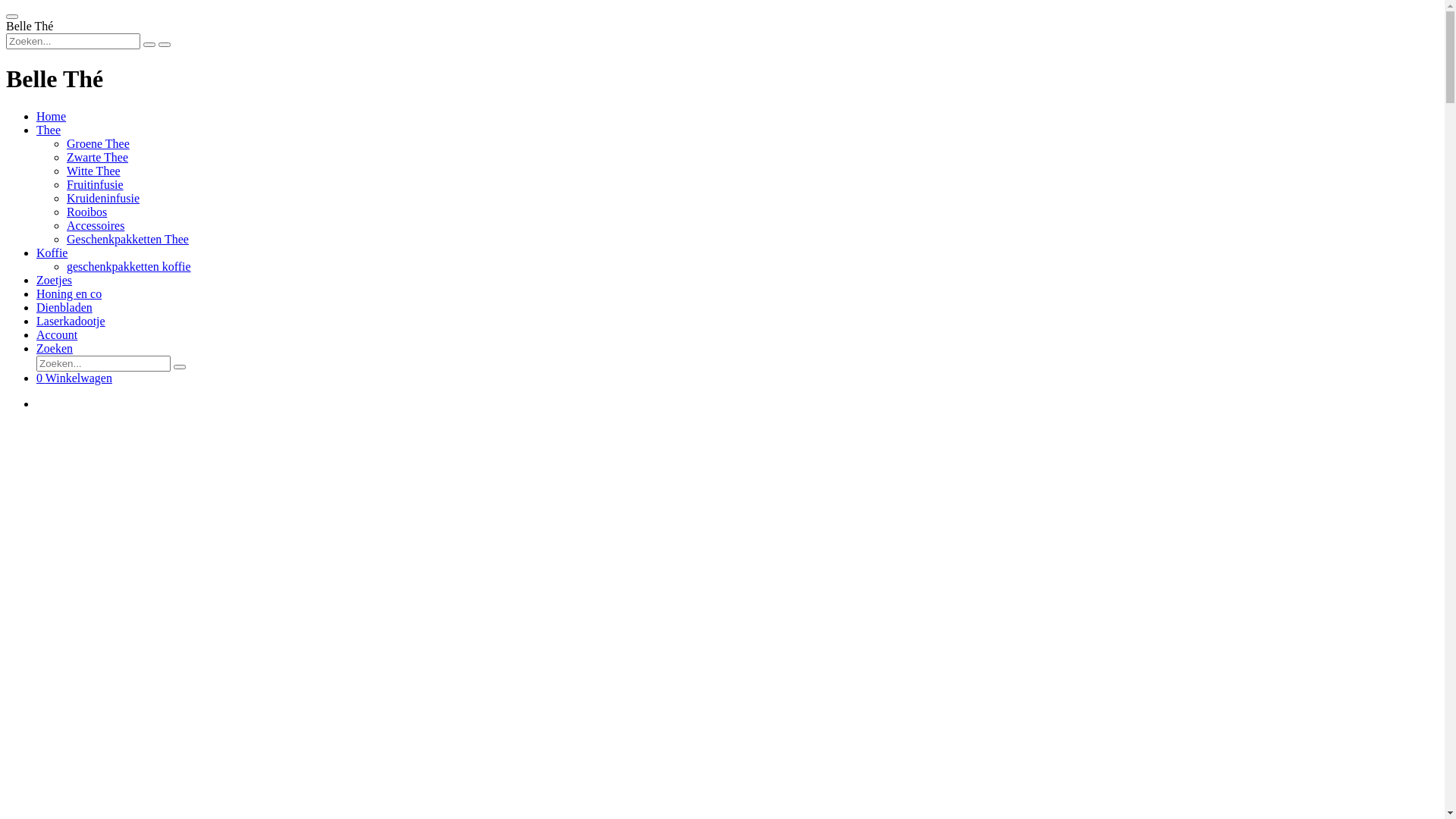 Image resolution: width=1456 pixels, height=819 pixels. I want to click on 'Dienbladen', so click(64, 307).